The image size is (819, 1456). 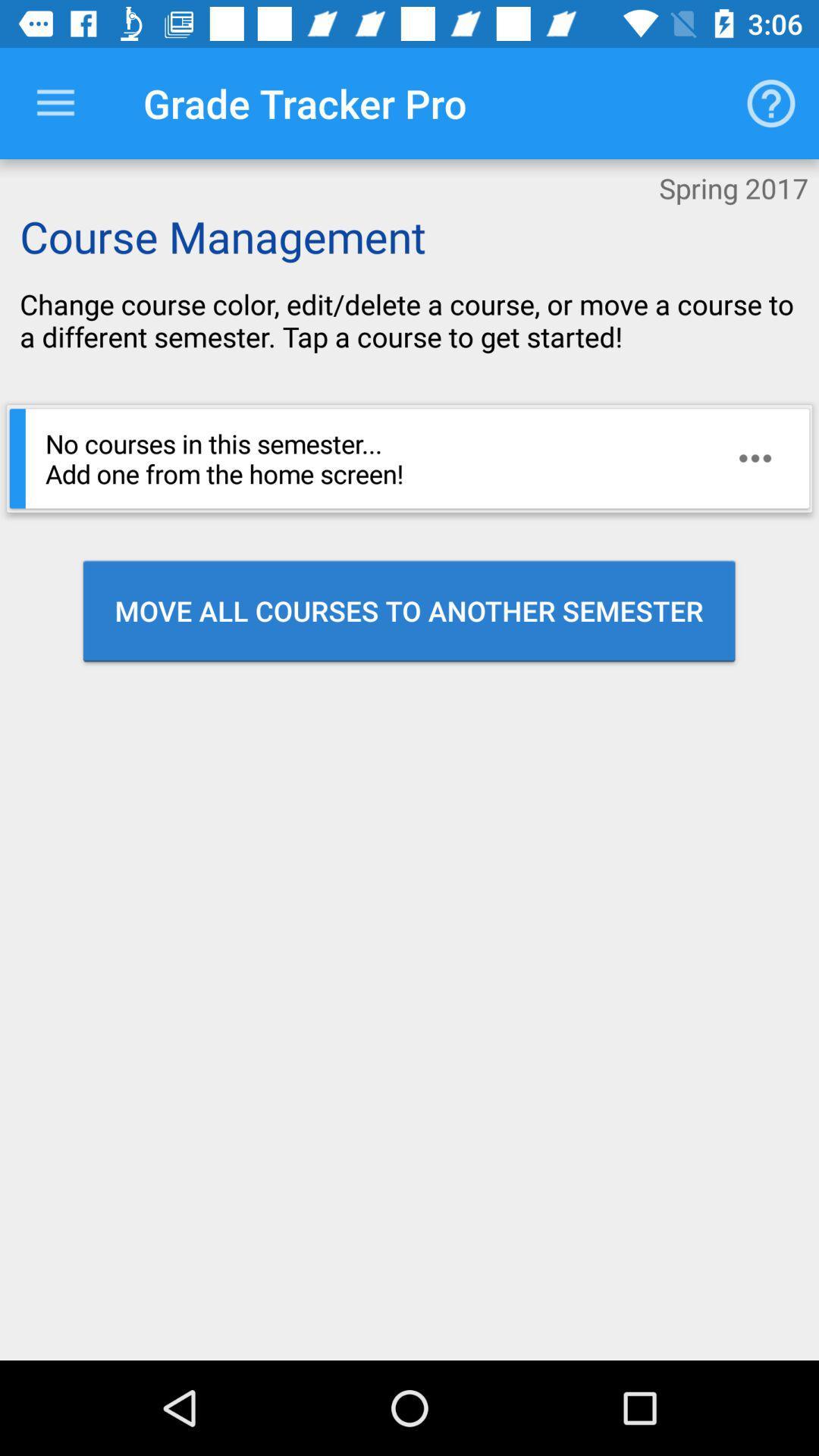 What do you see at coordinates (771, 103) in the screenshot?
I see `the question mark icon on the top right corner` at bounding box center [771, 103].